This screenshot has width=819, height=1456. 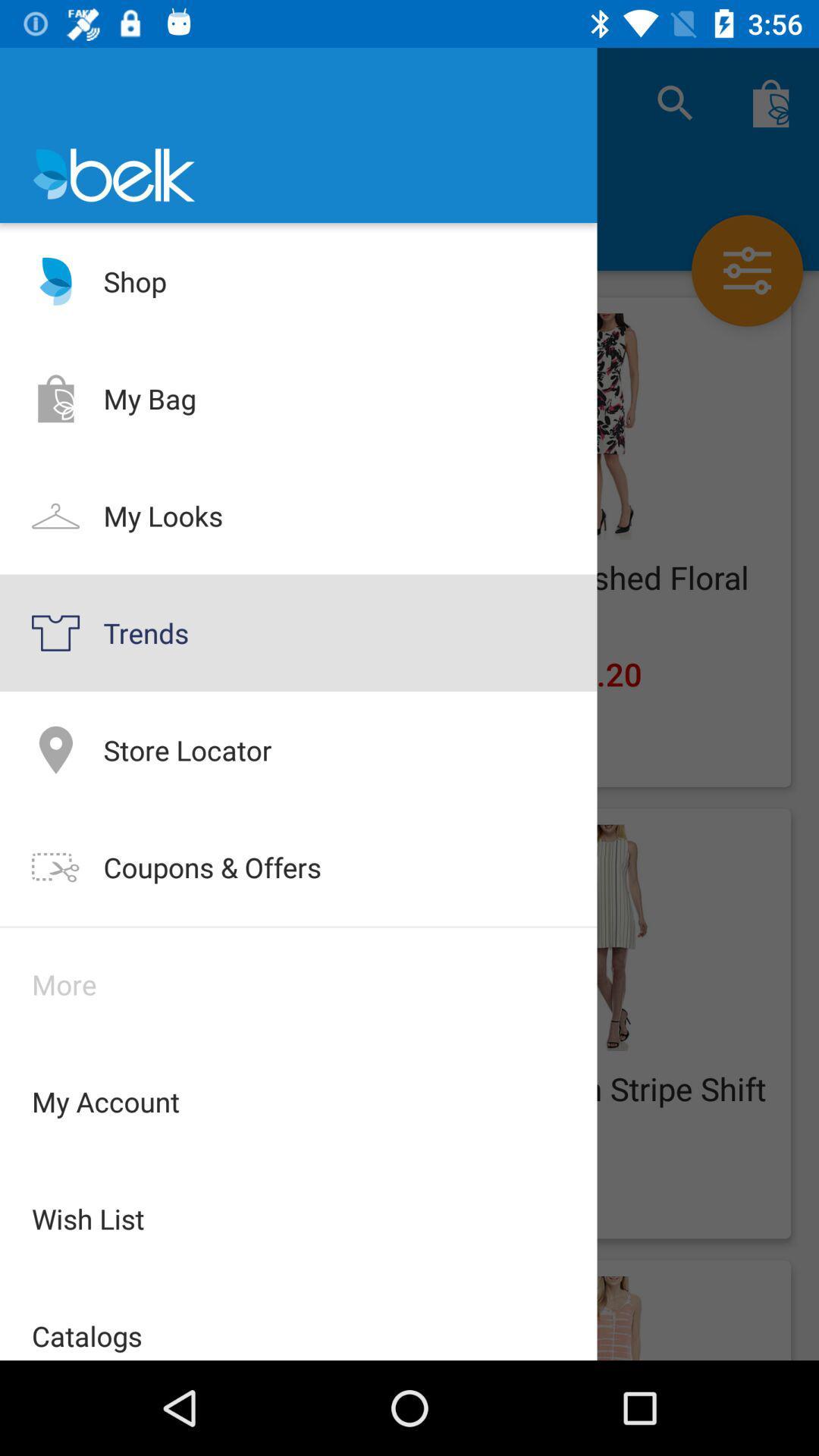 What do you see at coordinates (746, 270) in the screenshot?
I see `the sliders icon` at bounding box center [746, 270].